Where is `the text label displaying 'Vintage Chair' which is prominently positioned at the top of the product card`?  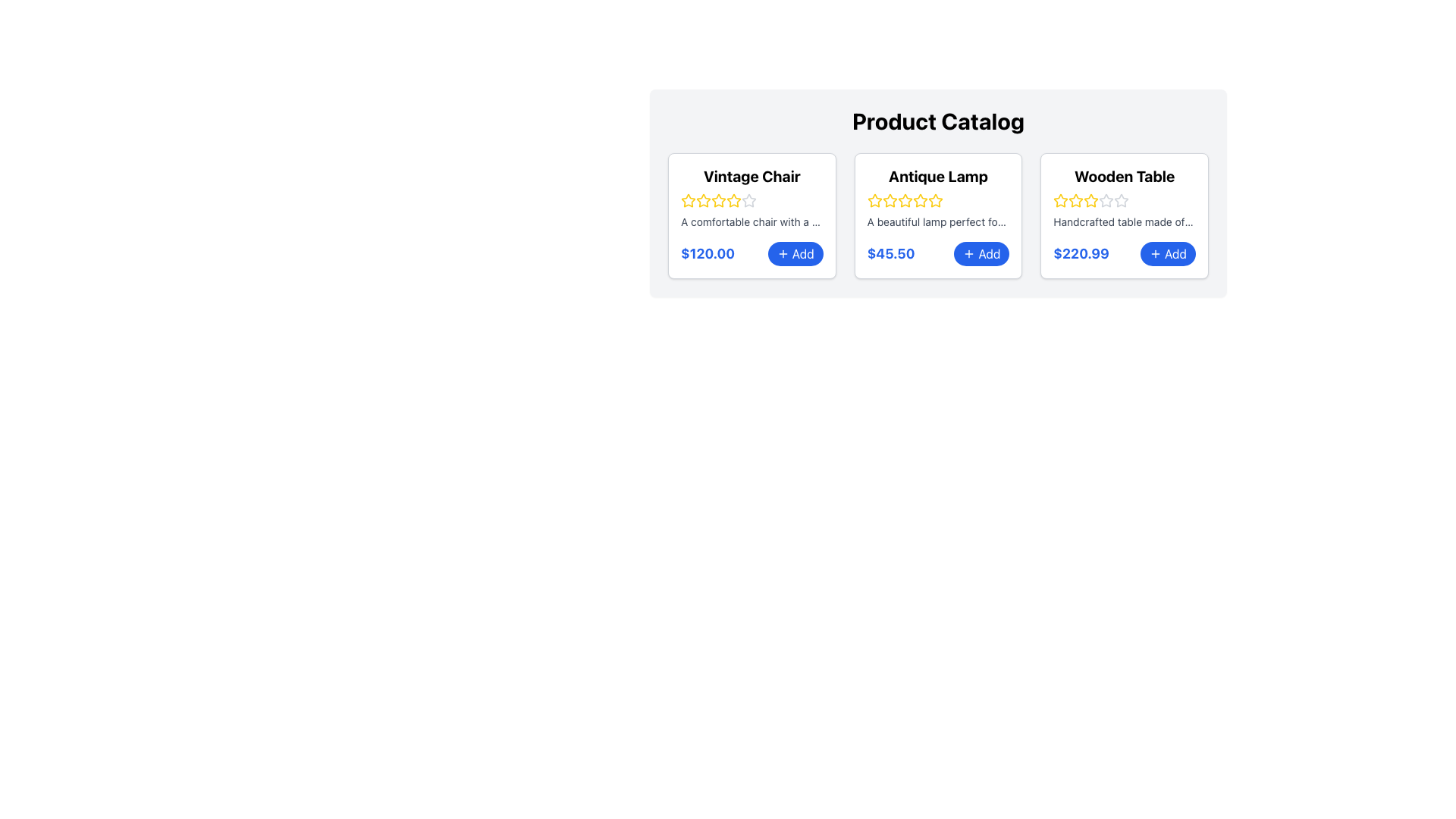
the text label displaying 'Vintage Chair' which is prominently positioned at the top of the product card is located at coordinates (752, 175).